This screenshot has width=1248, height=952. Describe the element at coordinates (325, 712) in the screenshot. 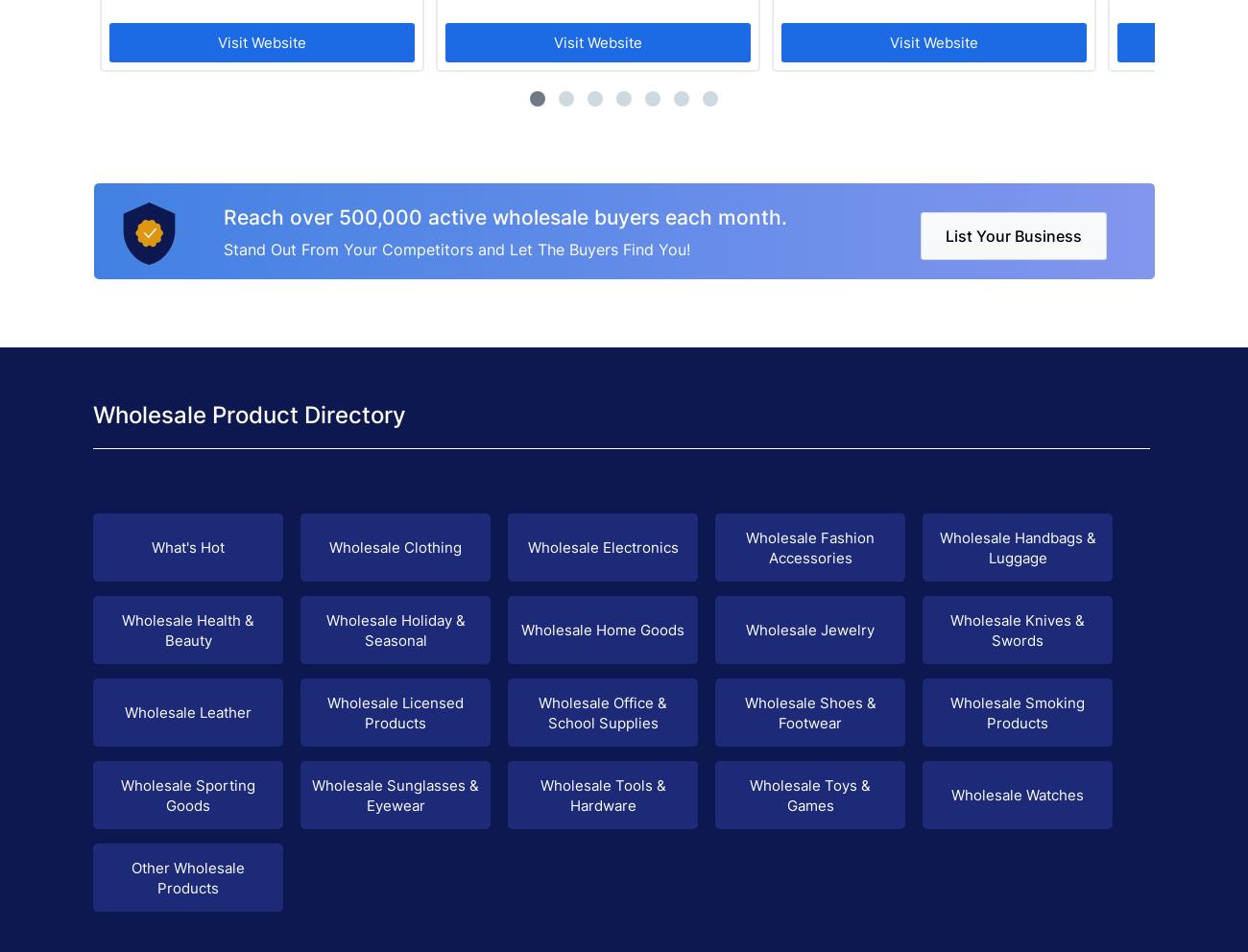

I see `'Wholesale Licensed Products'` at that location.